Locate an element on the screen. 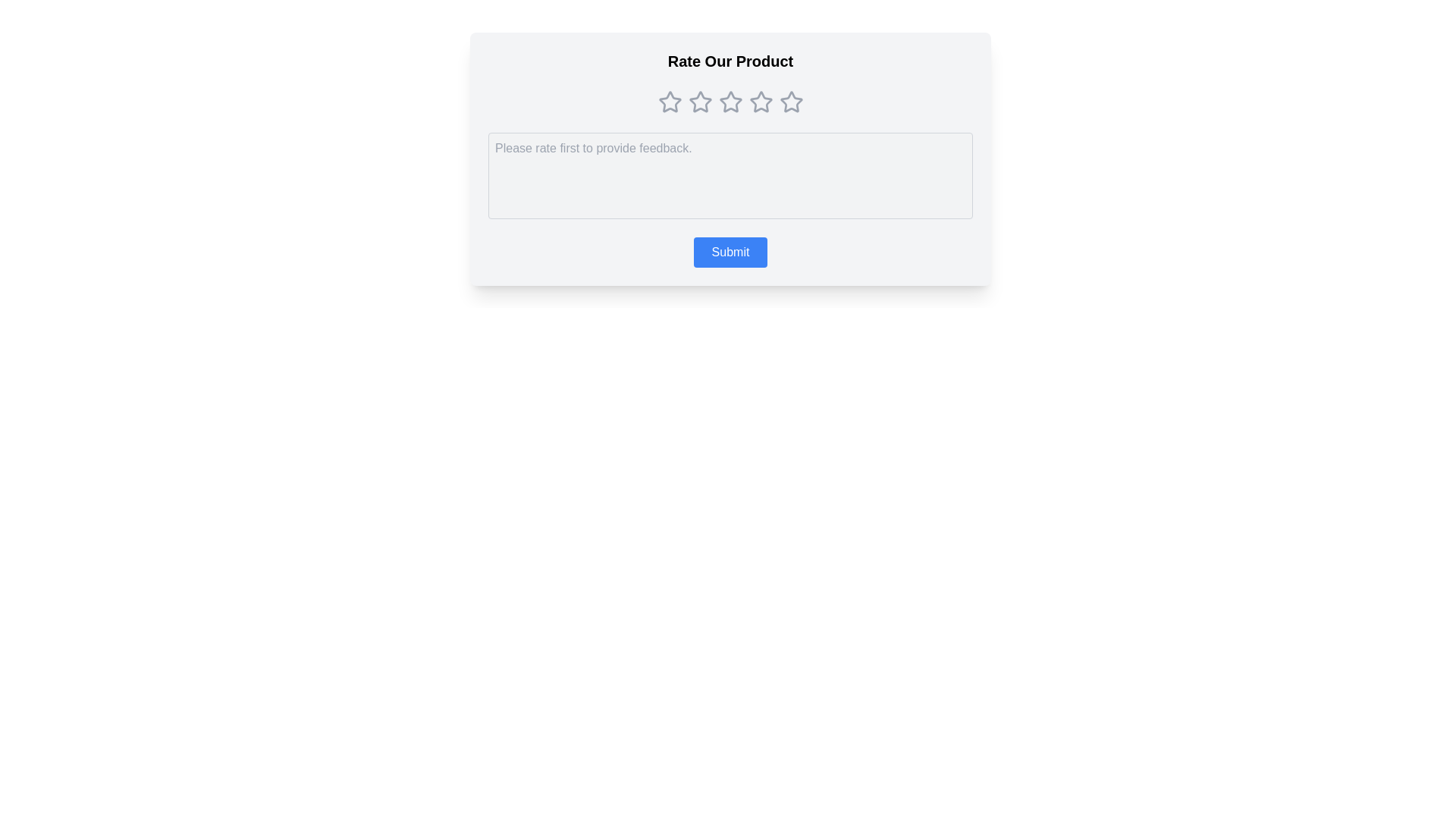  the blue 'Submit' button with rounded corners to observe the hover effect is located at coordinates (730, 251).